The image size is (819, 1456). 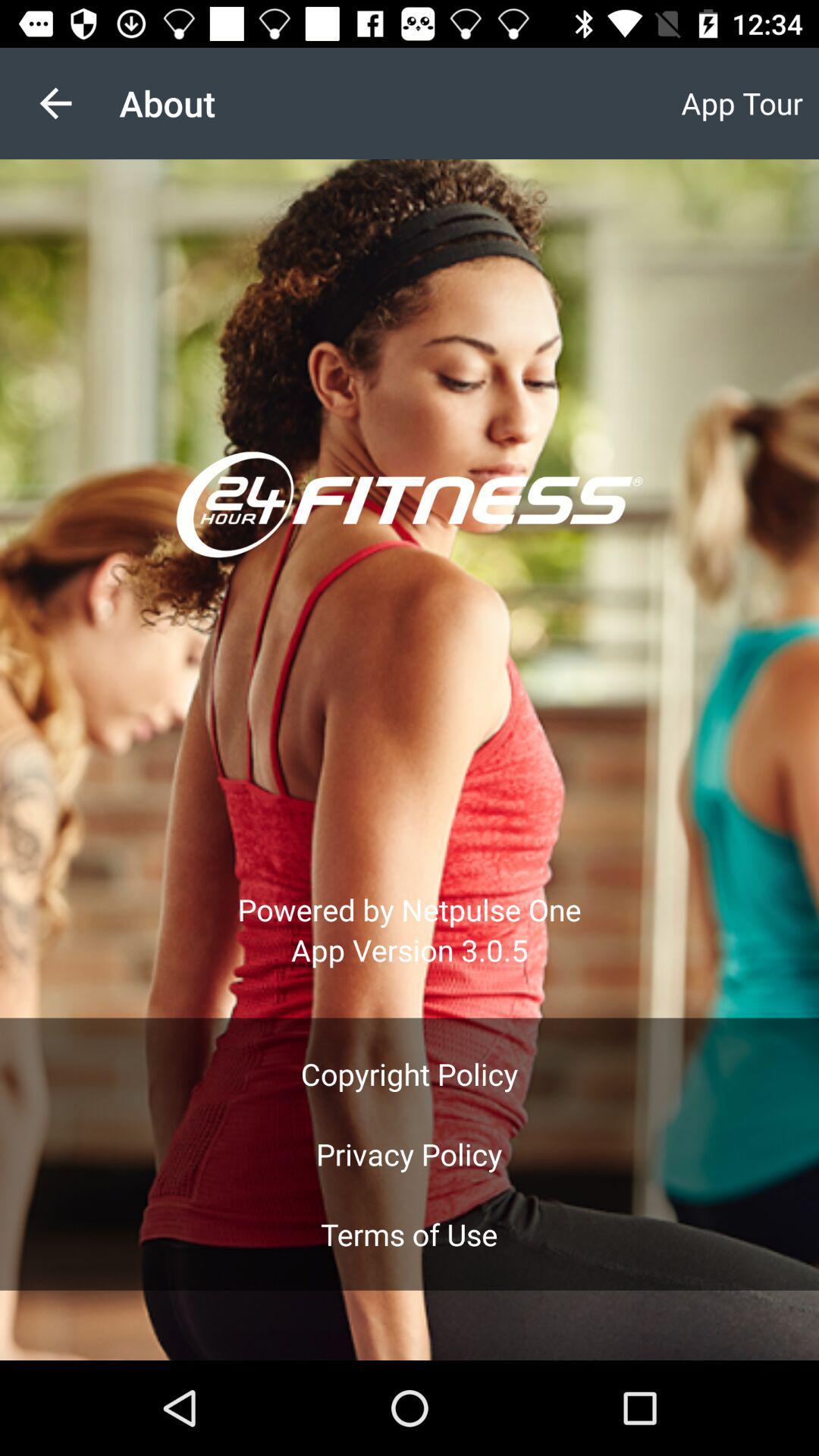 I want to click on the icon above privacy policy, so click(x=409, y=1073).